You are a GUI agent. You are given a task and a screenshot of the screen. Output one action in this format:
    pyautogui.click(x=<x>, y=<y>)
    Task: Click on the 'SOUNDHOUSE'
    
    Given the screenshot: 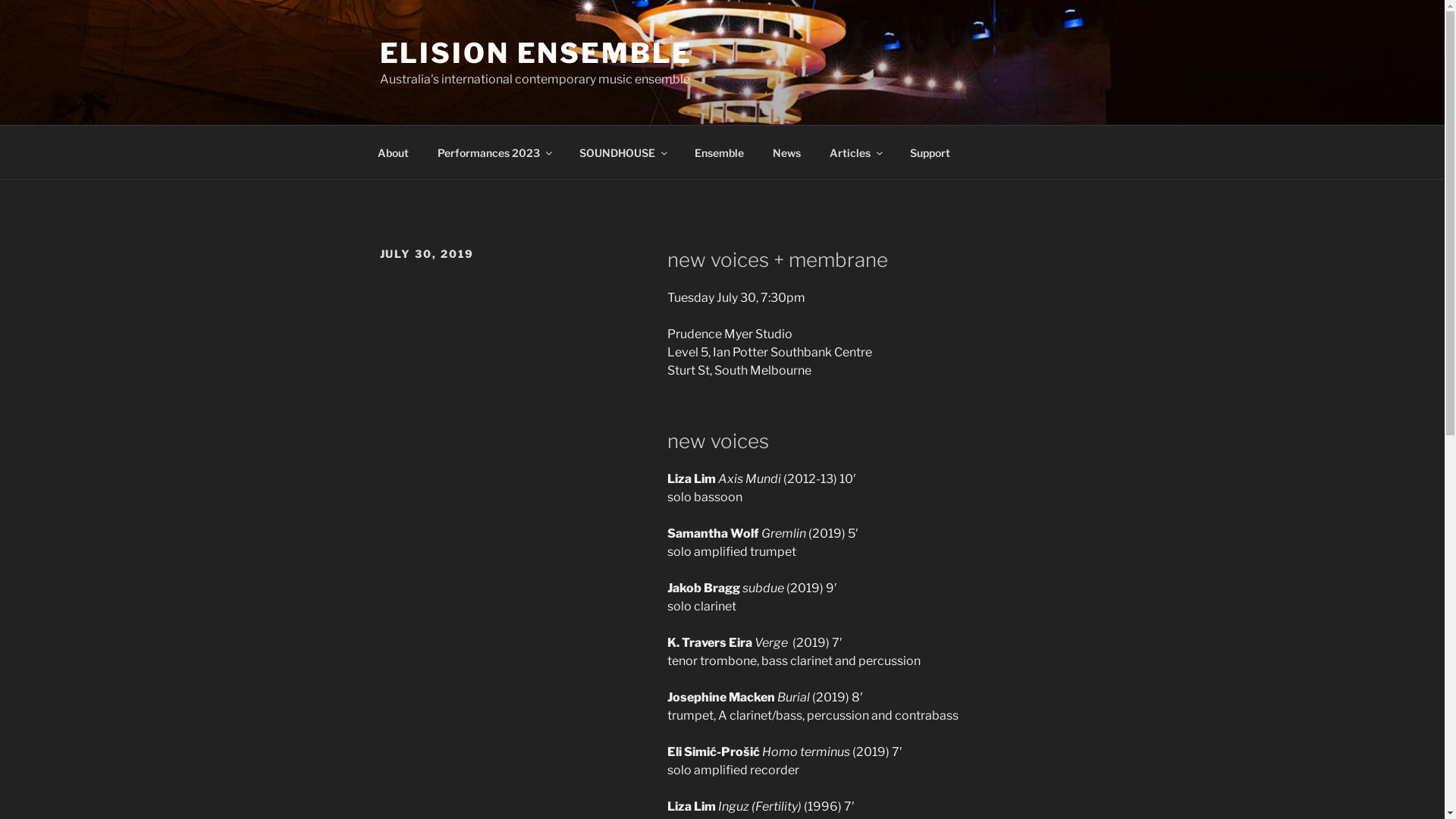 What is the action you would take?
    pyautogui.click(x=622, y=152)
    